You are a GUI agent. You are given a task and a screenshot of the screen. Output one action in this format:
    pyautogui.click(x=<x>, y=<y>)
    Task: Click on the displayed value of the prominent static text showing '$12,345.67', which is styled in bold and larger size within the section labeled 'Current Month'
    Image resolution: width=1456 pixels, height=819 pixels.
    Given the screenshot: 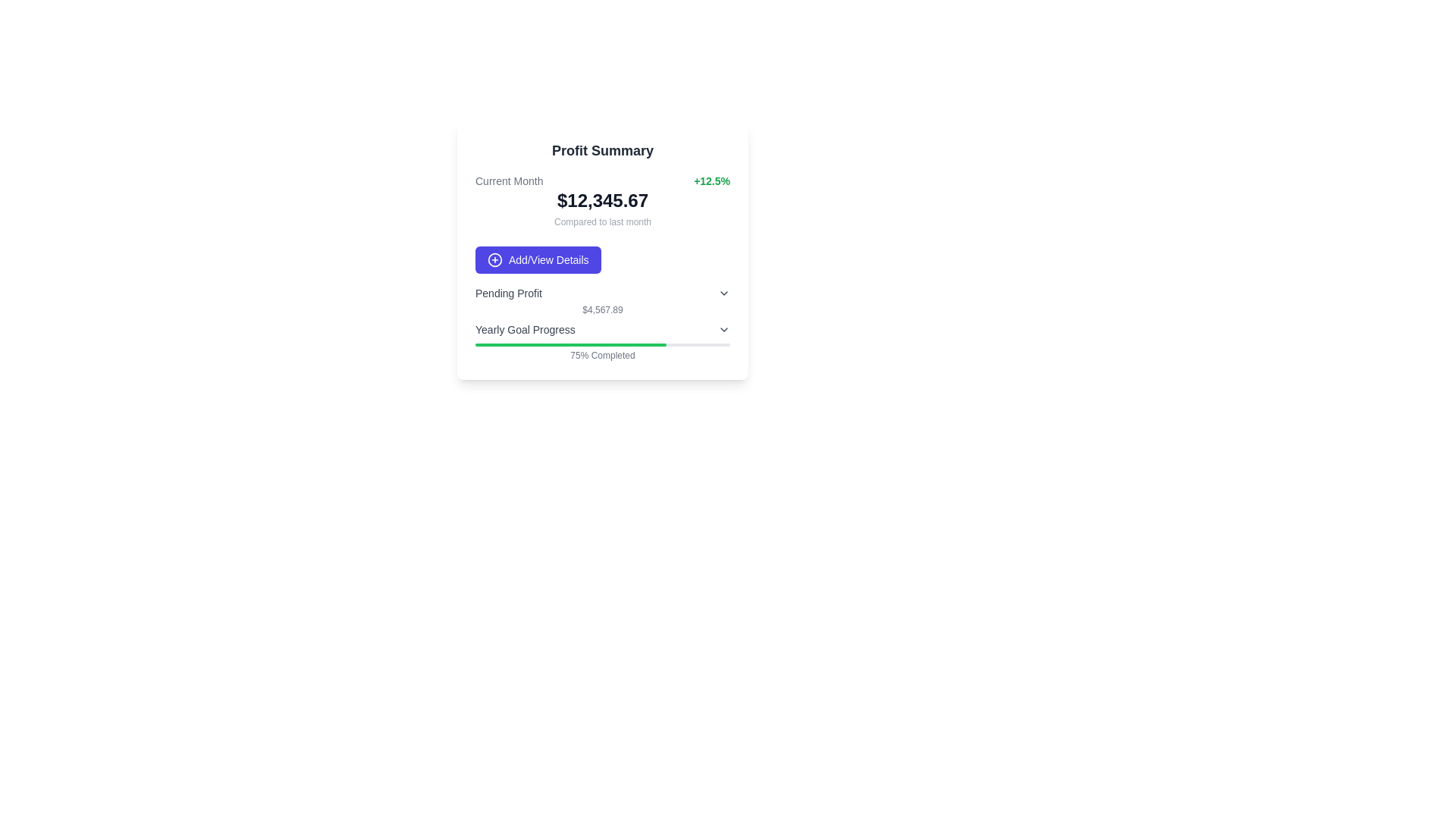 What is the action you would take?
    pyautogui.click(x=602, y=200)
    